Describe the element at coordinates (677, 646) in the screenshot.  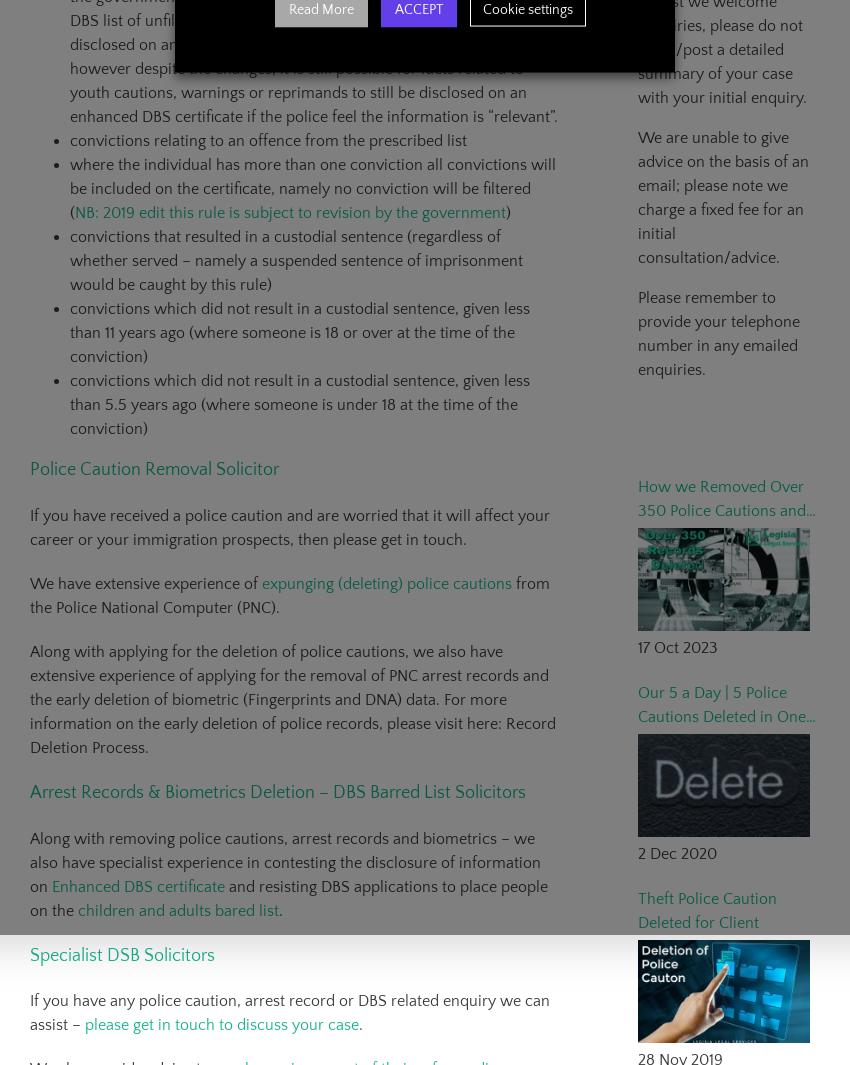
I see `'17 Oct 2023'` at that location.